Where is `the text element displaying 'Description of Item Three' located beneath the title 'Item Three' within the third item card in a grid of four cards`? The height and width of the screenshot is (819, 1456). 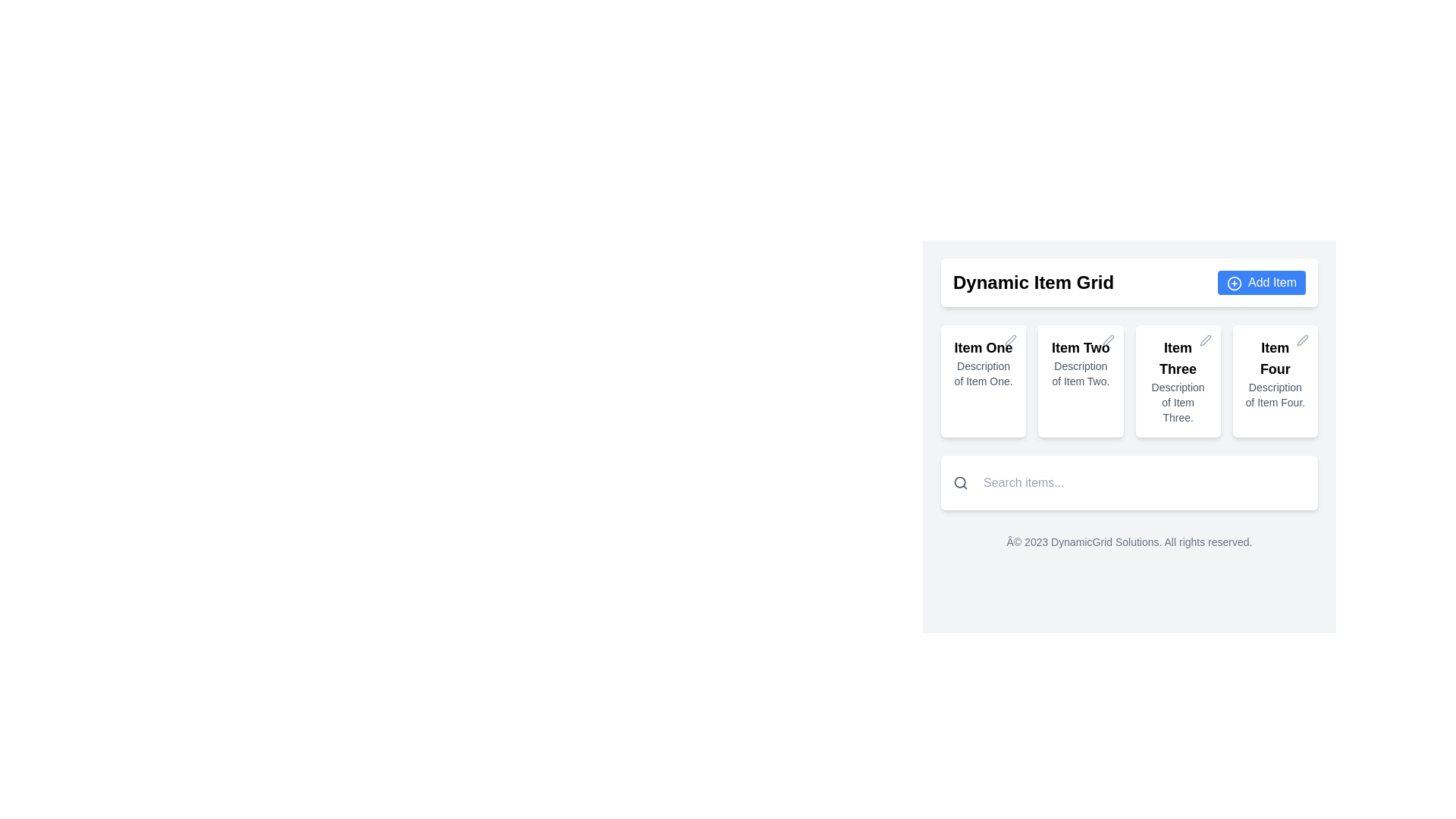
the text element displaying 'Description of Item Three' located beneath the title 'Item Three' within the third item card in a grid of four cards is located at coordinates (1177, 402).